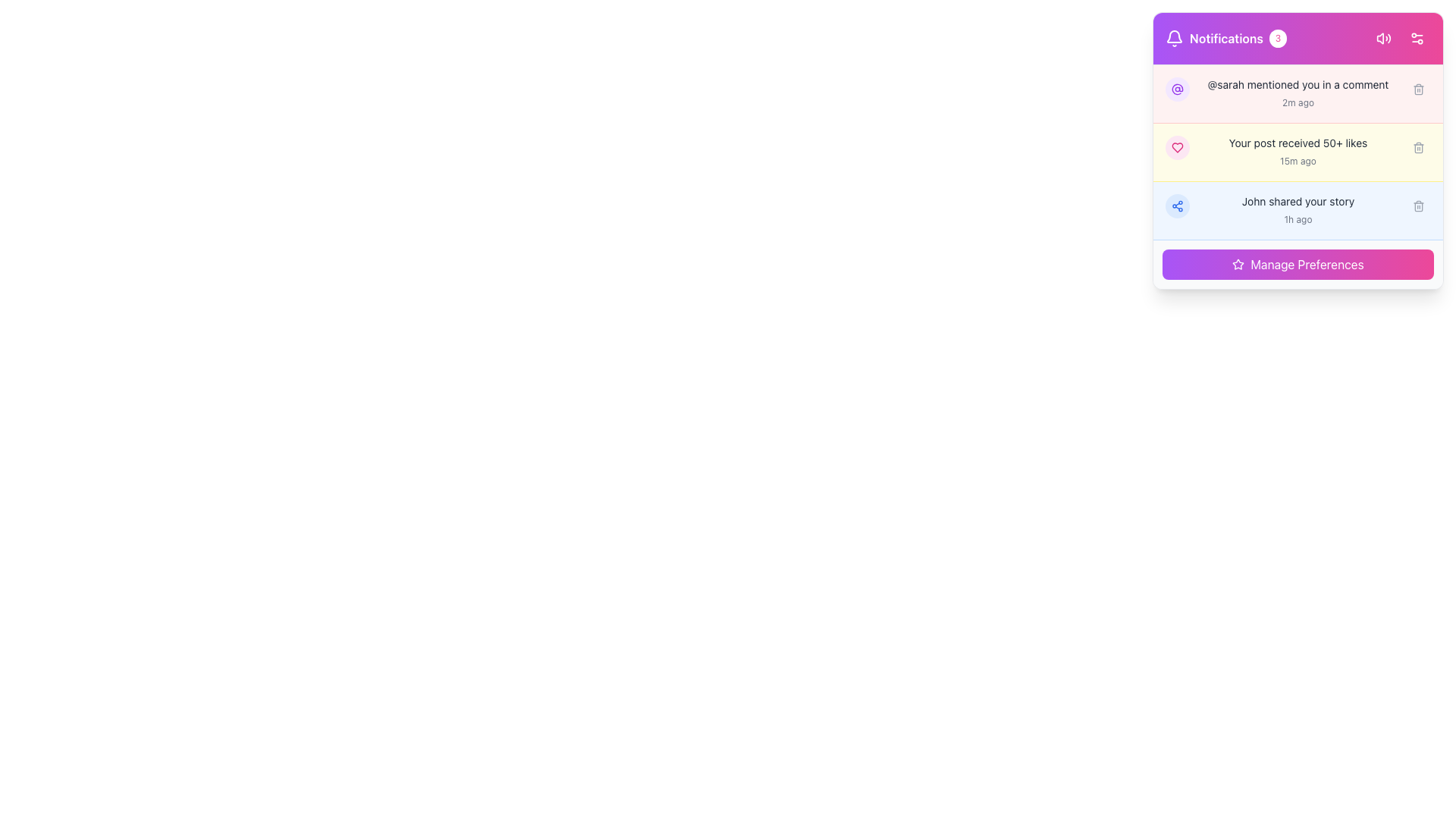 The height and width of the screenshot is (819, 1456). Describe the element at coordinates (1238, 263) in the screenshot. I see `the 'Manage Preferences' button that contains a purple outlined star icon on the left side of the text` at that location.